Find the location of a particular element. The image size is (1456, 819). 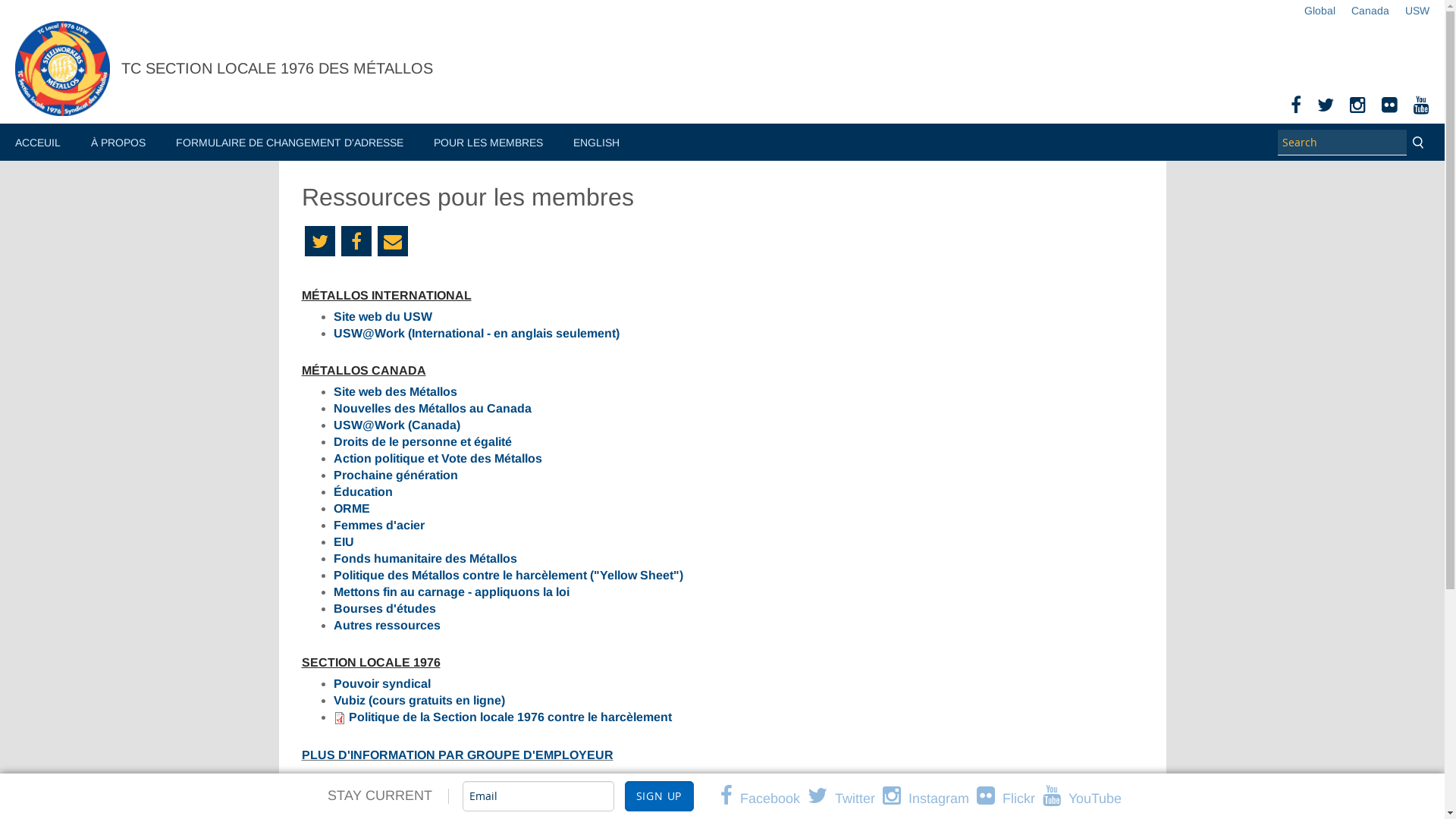

'Instagram' is located at coordinates (1357, 106).